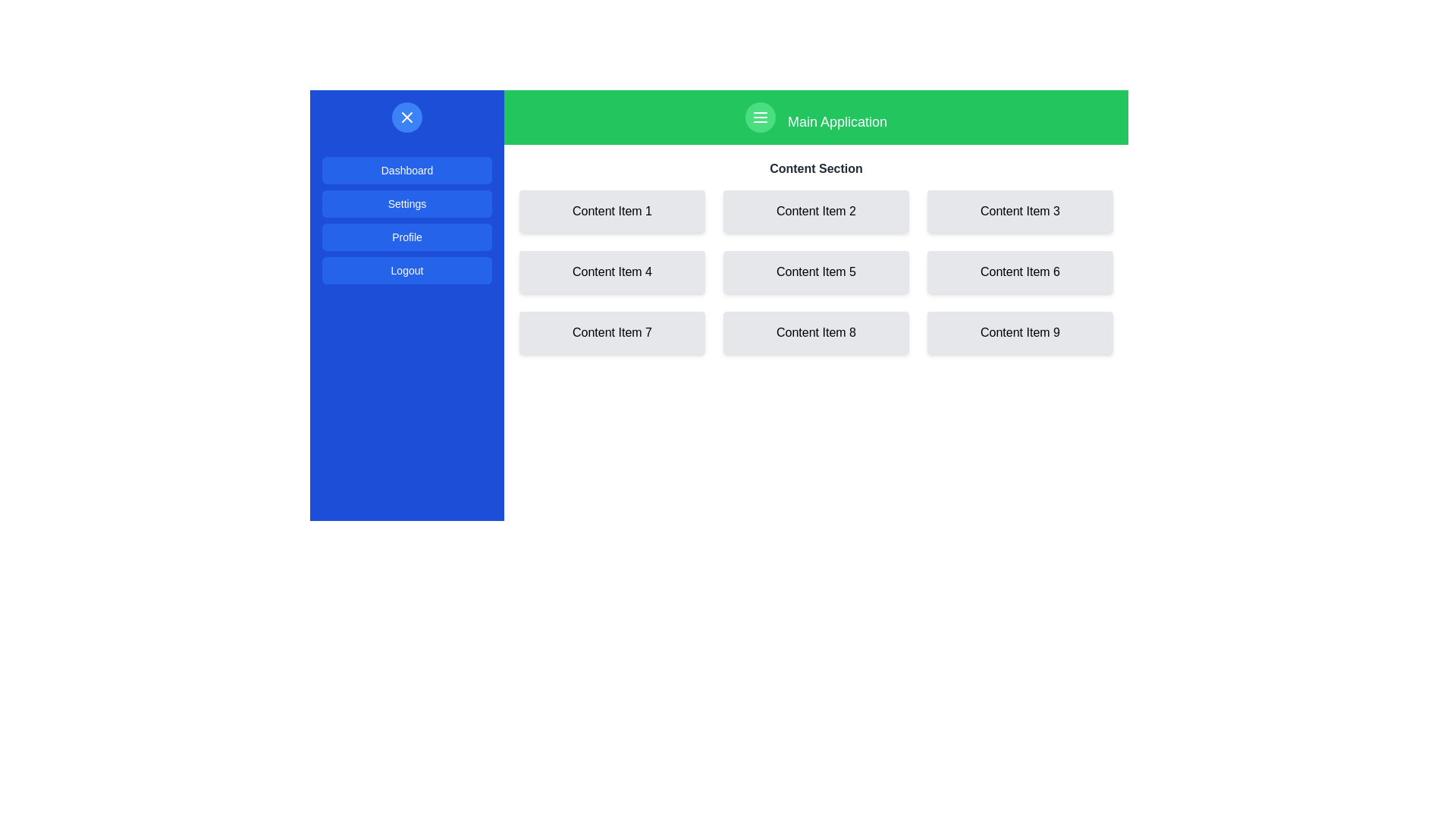 Image resolution: width=1456 pixels, height=819 pixels. What do you see at coordinates (407, 170) in the screenshot?
I see `the 'Dashboard' button, which is the first item in the vertical list of buttons in the left sidebar` at bounding box center [407, 170].